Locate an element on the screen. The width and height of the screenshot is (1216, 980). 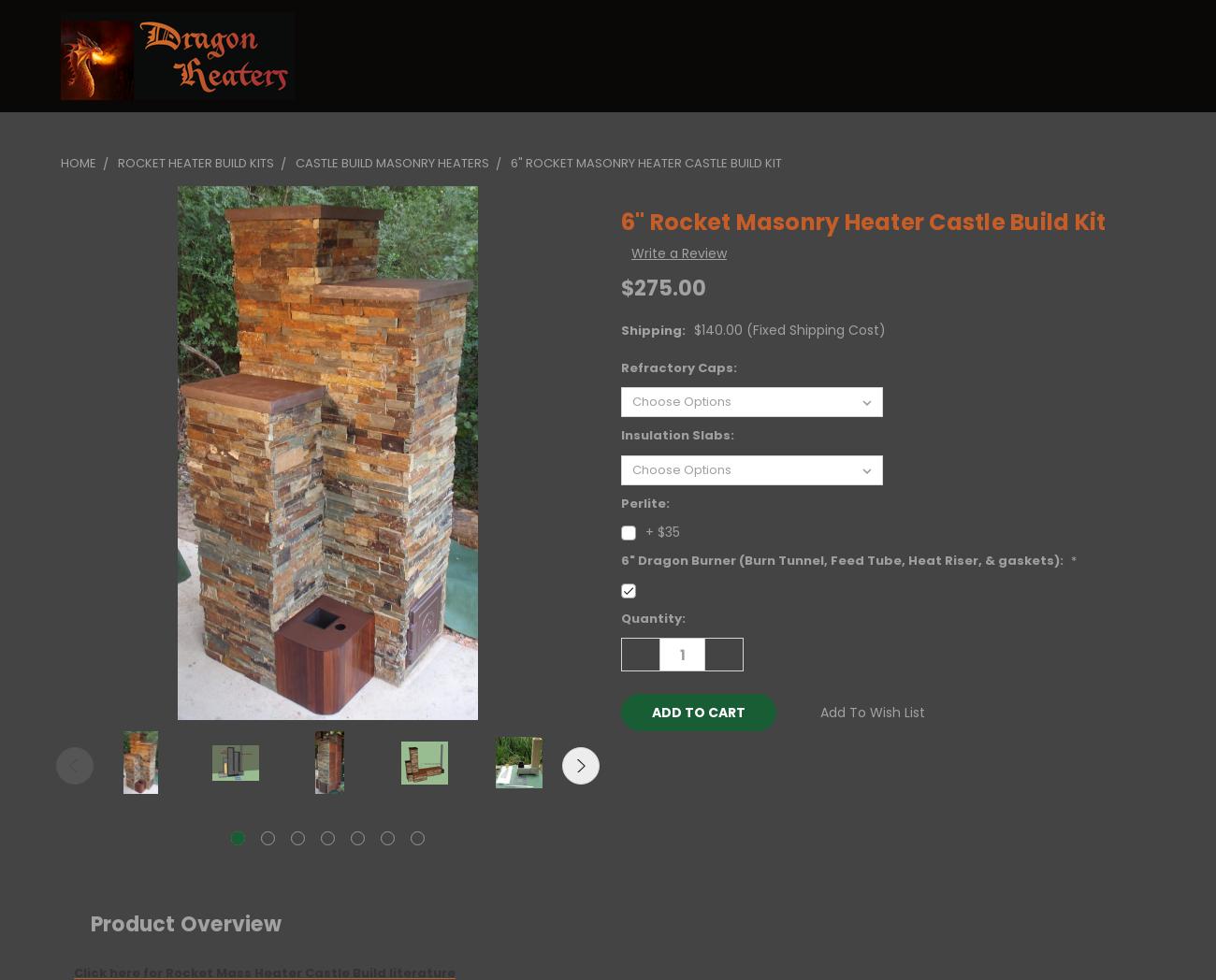
'You will need an ash clean out door. Once a season or so you may want to clean out any accumlated ash. The a large ash cleanout door can be located either at the base of the 2nd tower like the one shown in the pictures below on the left. This option allows for a larger clean out door either 8"x12" or even a 12"x12". The one shown in the picture is a 12"x12".' is located at coordinates (608, 453).